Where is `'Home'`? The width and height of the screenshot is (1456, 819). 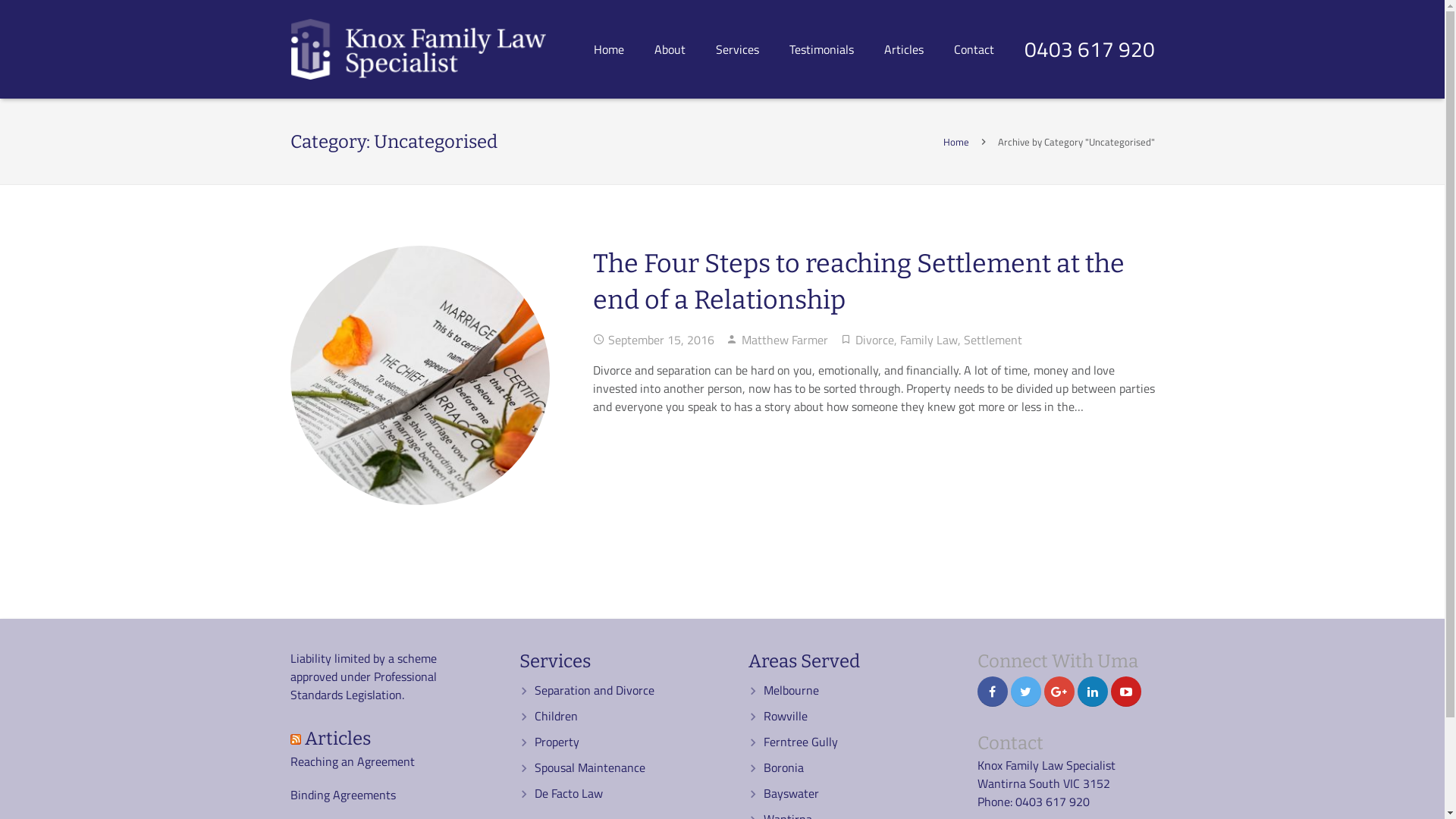
'Home' is located at coordinates (955, 141).